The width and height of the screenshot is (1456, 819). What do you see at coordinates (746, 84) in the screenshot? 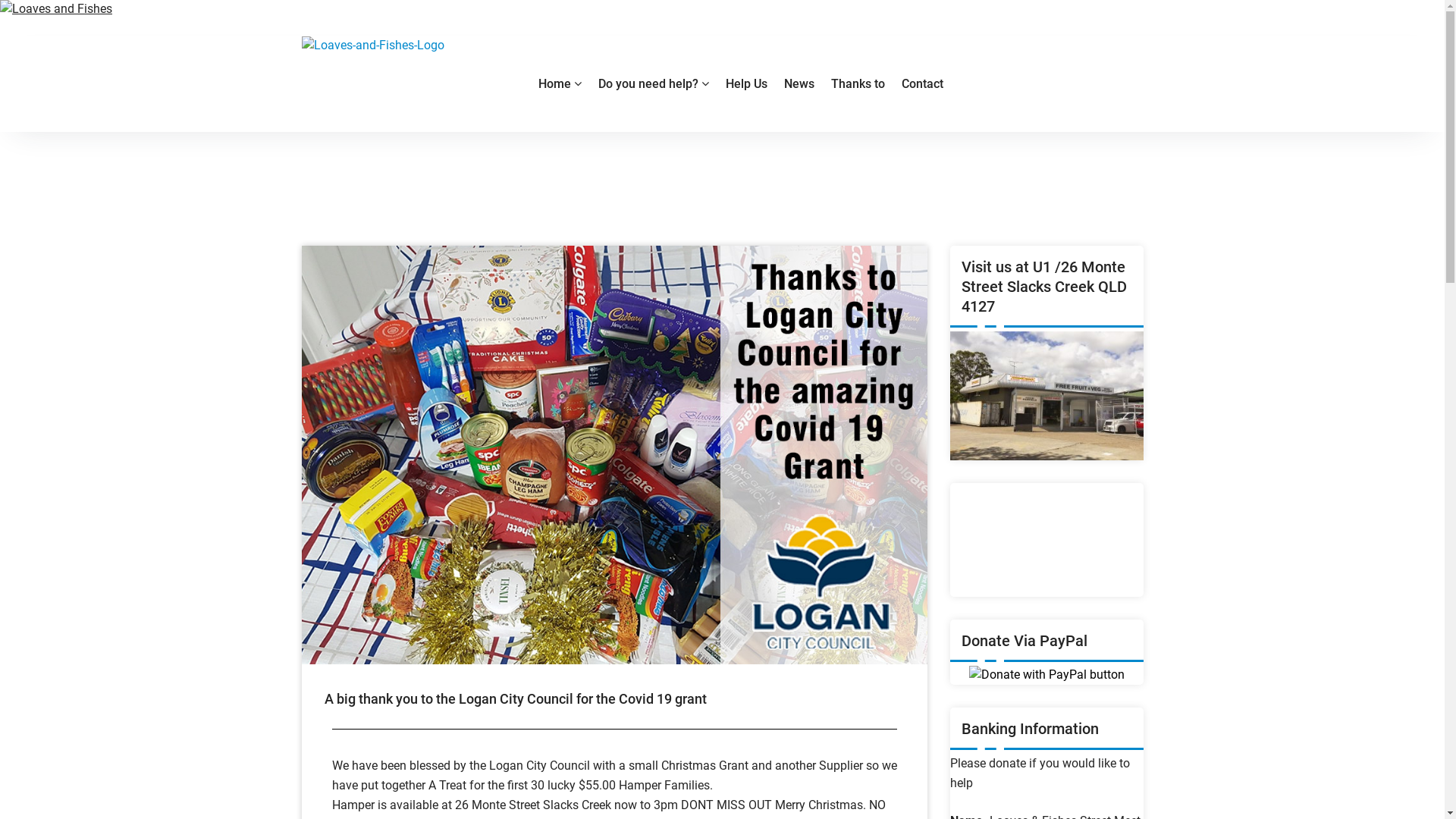
I see `'Help Us'` at bounding box center [746, 84].